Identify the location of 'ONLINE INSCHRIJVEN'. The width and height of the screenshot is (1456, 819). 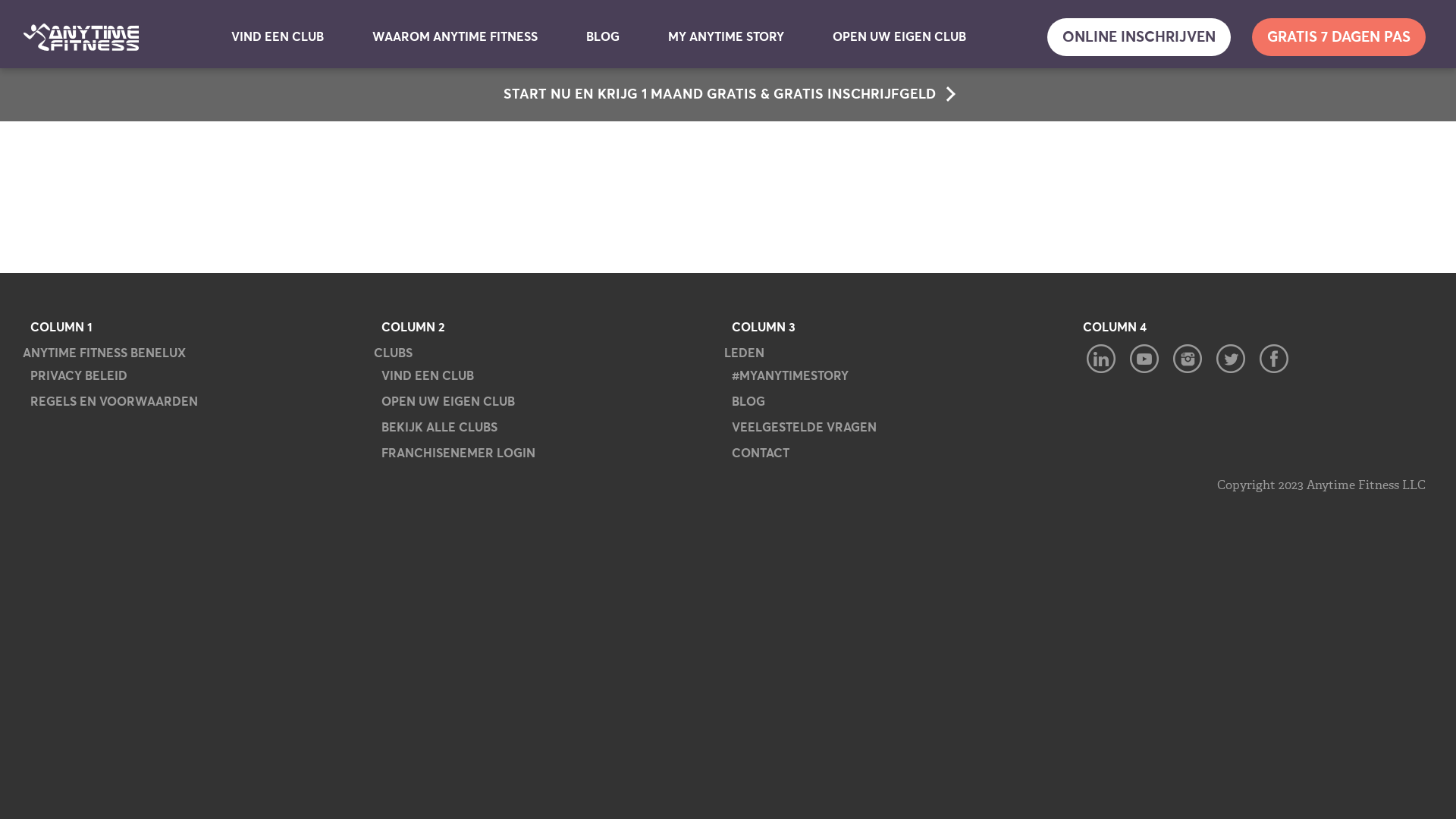
(1139, 36).